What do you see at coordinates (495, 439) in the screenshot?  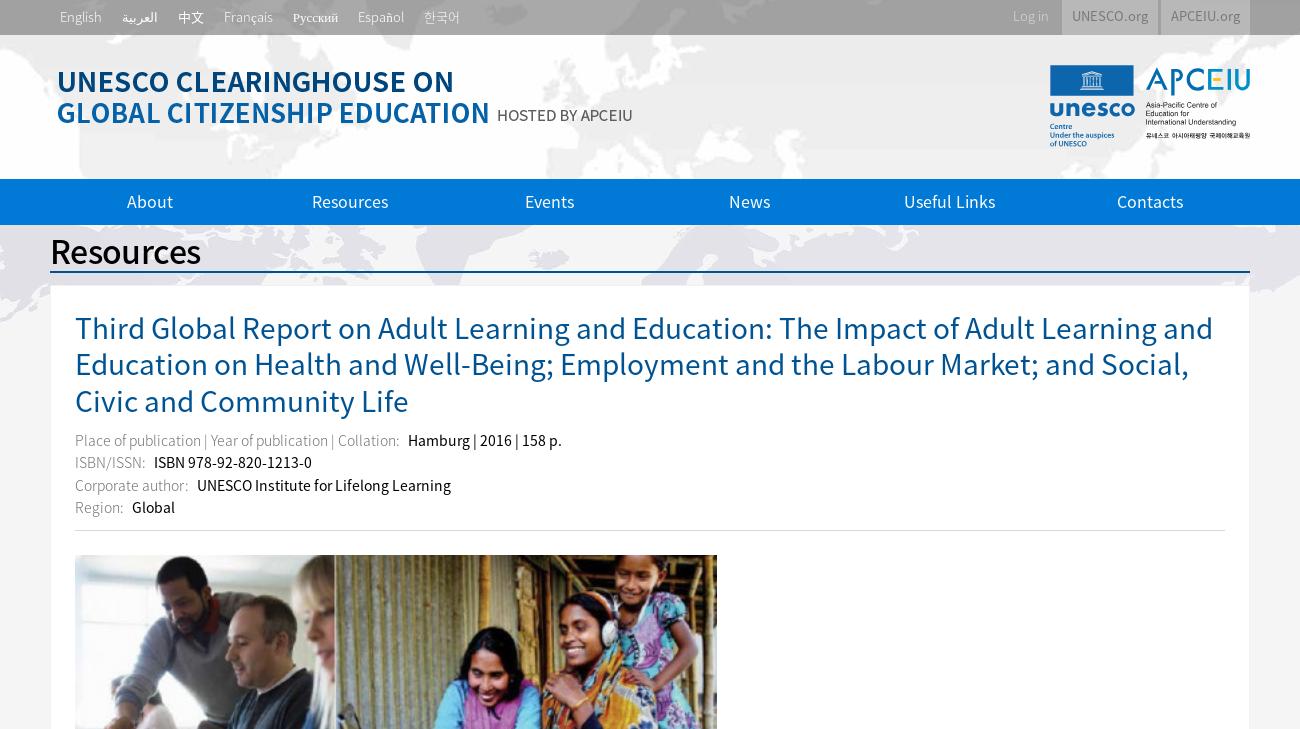 I see `'2016'` at bounding box center [495, 439].